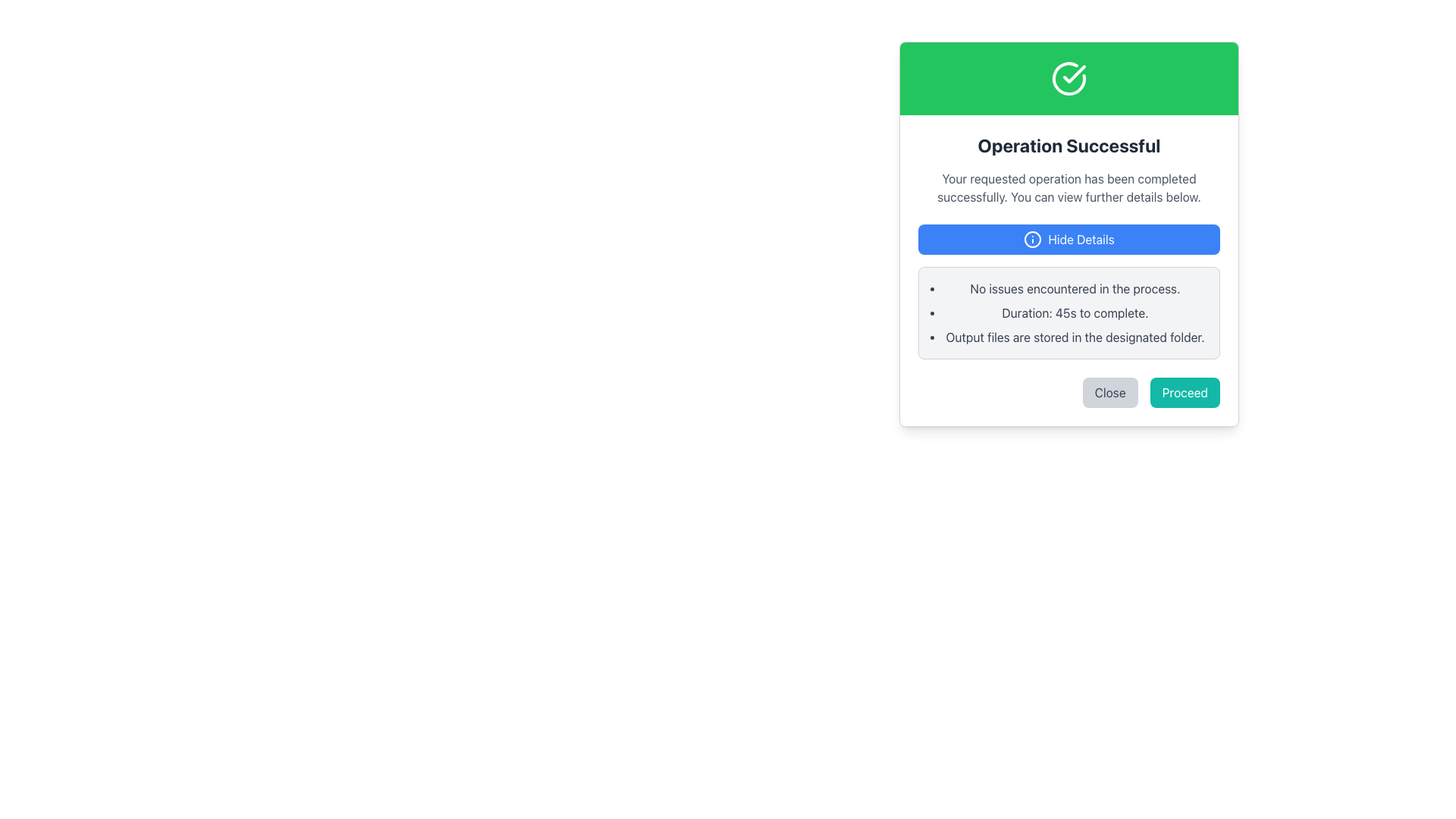 The image size is (1456, 819). Describe the element at coordinates (1184, 391) in the screenshot. I see `the actionable button located in the bottom-right corner of the dialog box to confirm the current operation` at that location.